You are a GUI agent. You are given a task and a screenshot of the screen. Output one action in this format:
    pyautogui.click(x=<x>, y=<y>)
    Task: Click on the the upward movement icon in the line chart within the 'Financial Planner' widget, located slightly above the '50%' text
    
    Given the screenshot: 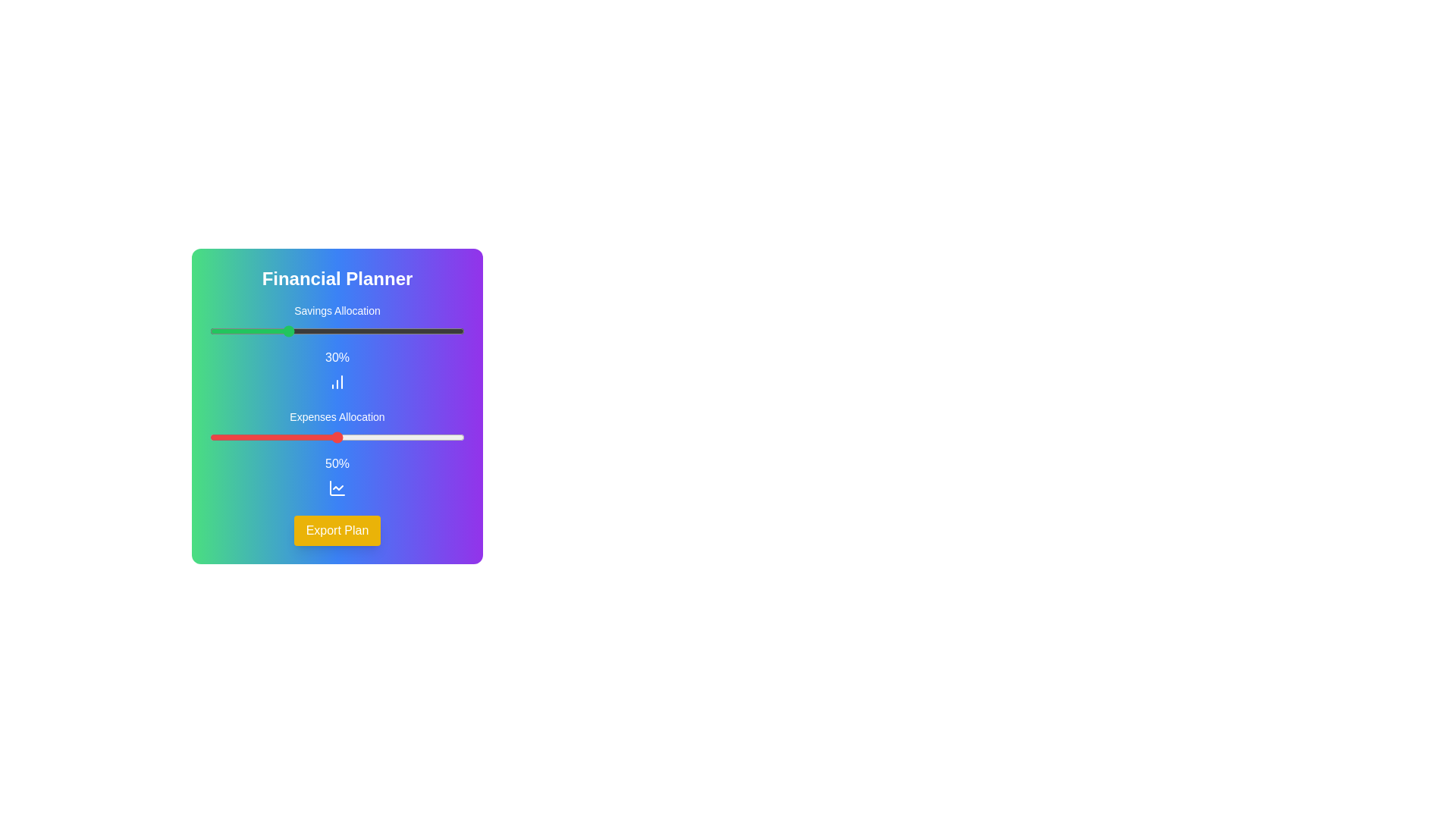 What is the action you would take?
    pyautogui.click(x=337, y=488)
    